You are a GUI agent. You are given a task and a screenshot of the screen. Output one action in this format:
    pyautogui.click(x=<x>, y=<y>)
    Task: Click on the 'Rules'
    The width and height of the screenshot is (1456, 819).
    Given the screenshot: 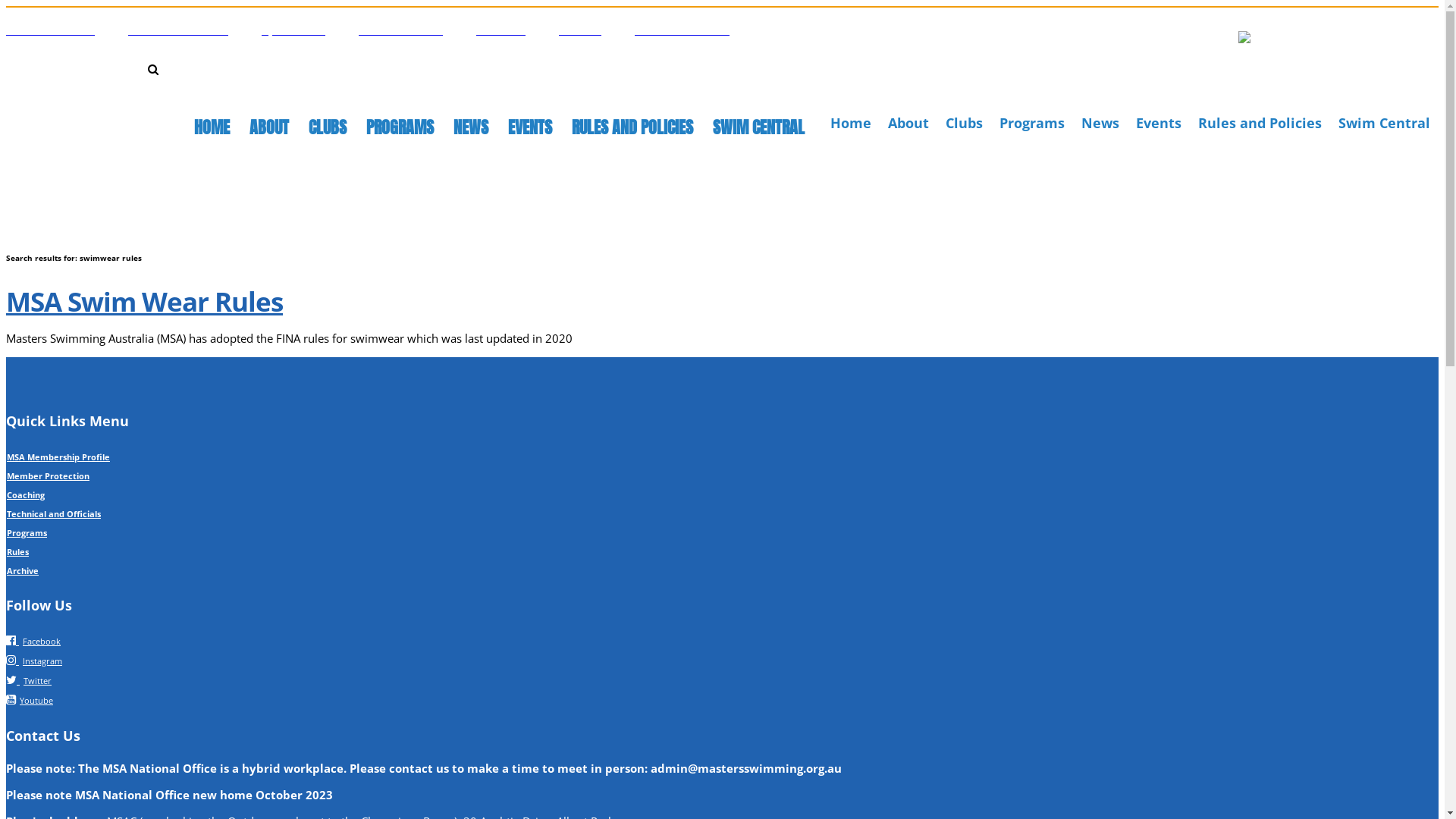 What is the action you would take?
    pyautogui.click(x=17, y=551)
    